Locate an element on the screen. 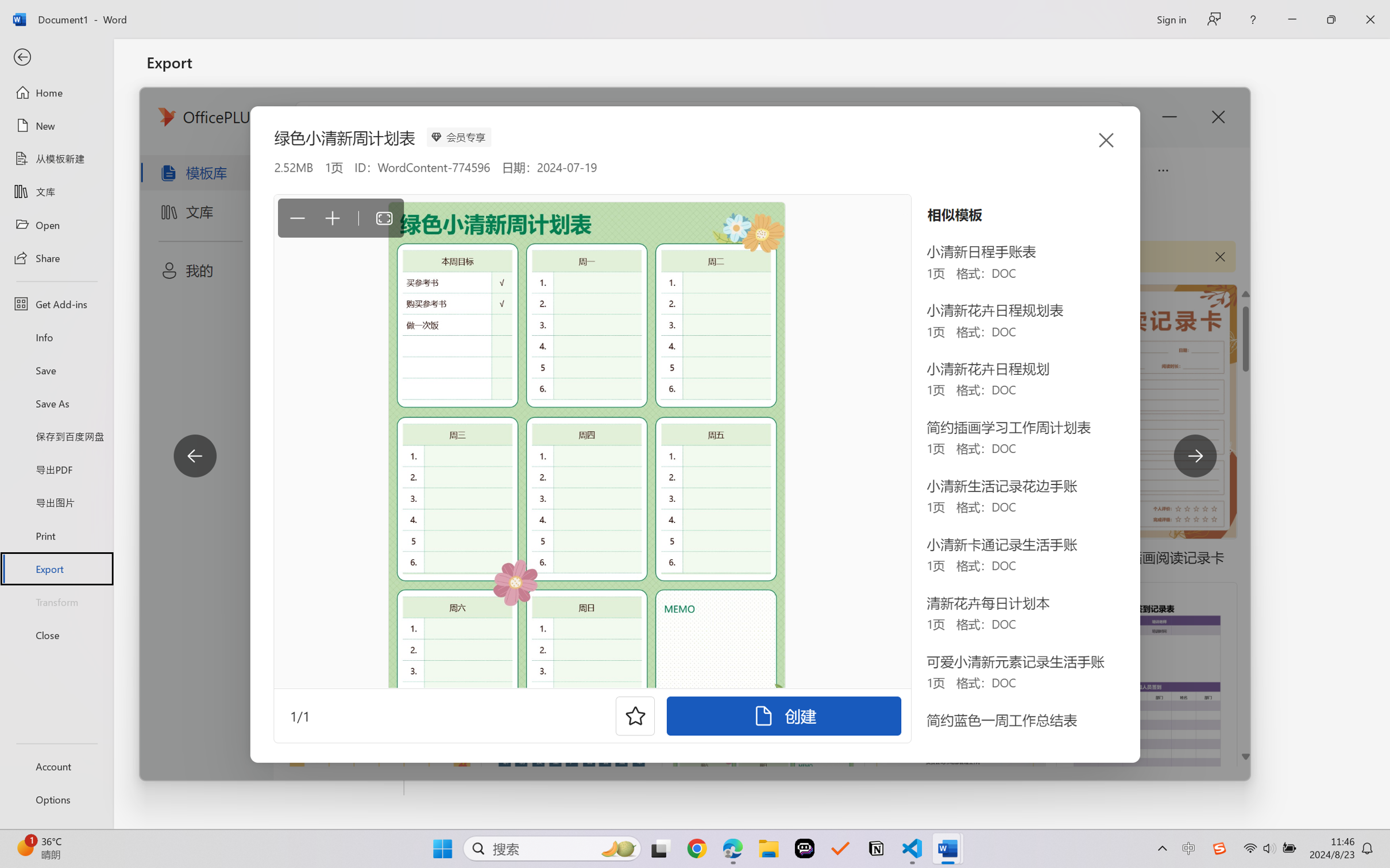 The width and height of the screenshot is (1390, 868). 'Account' is located at coordinates (56, 766).